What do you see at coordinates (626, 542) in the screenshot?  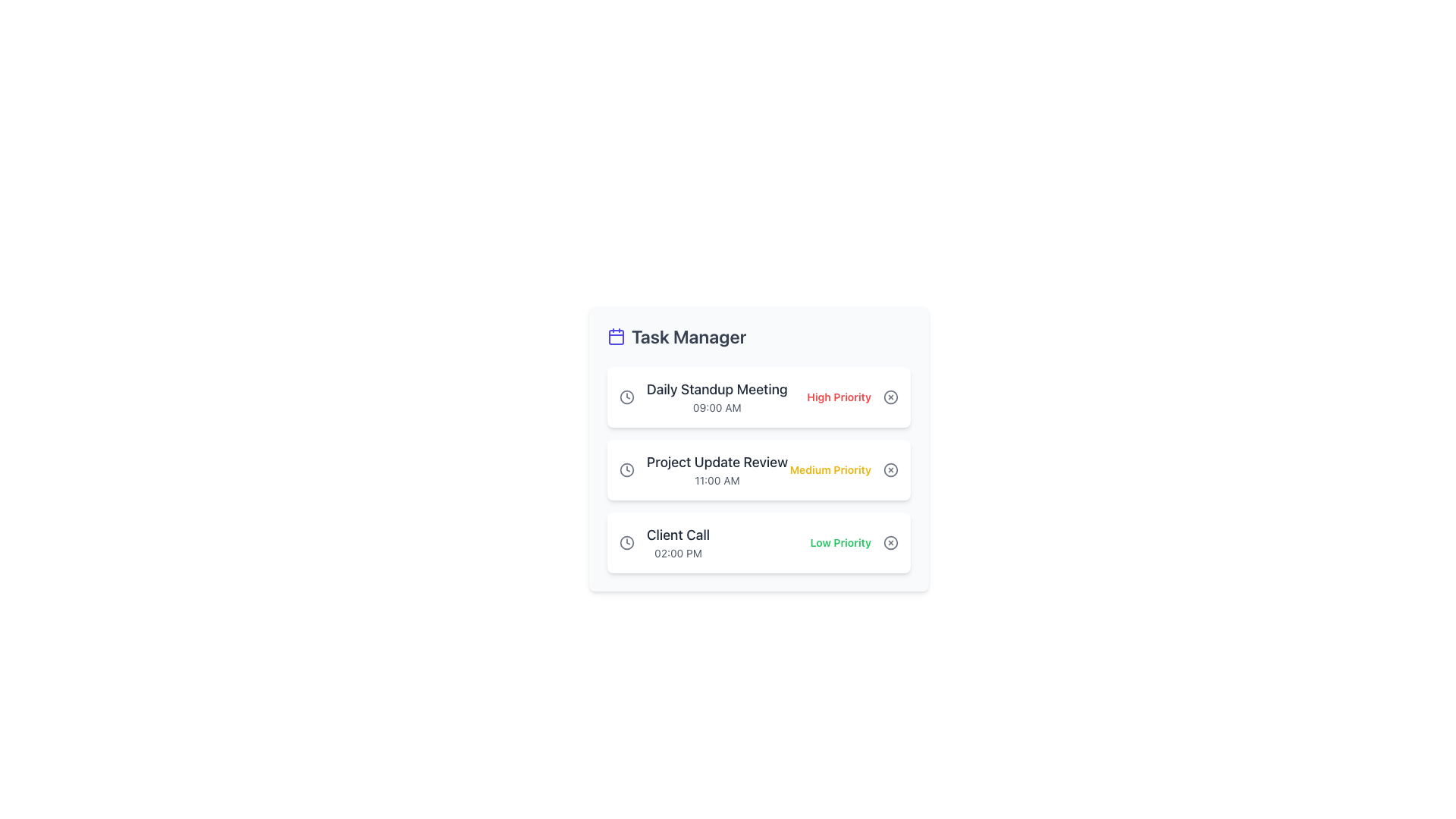 I see `the clock icon representing the time indicator for the 'Client Call' task scheduled at '02:00 PM' in the Task Manager interface` at bounding box center [626, 542].